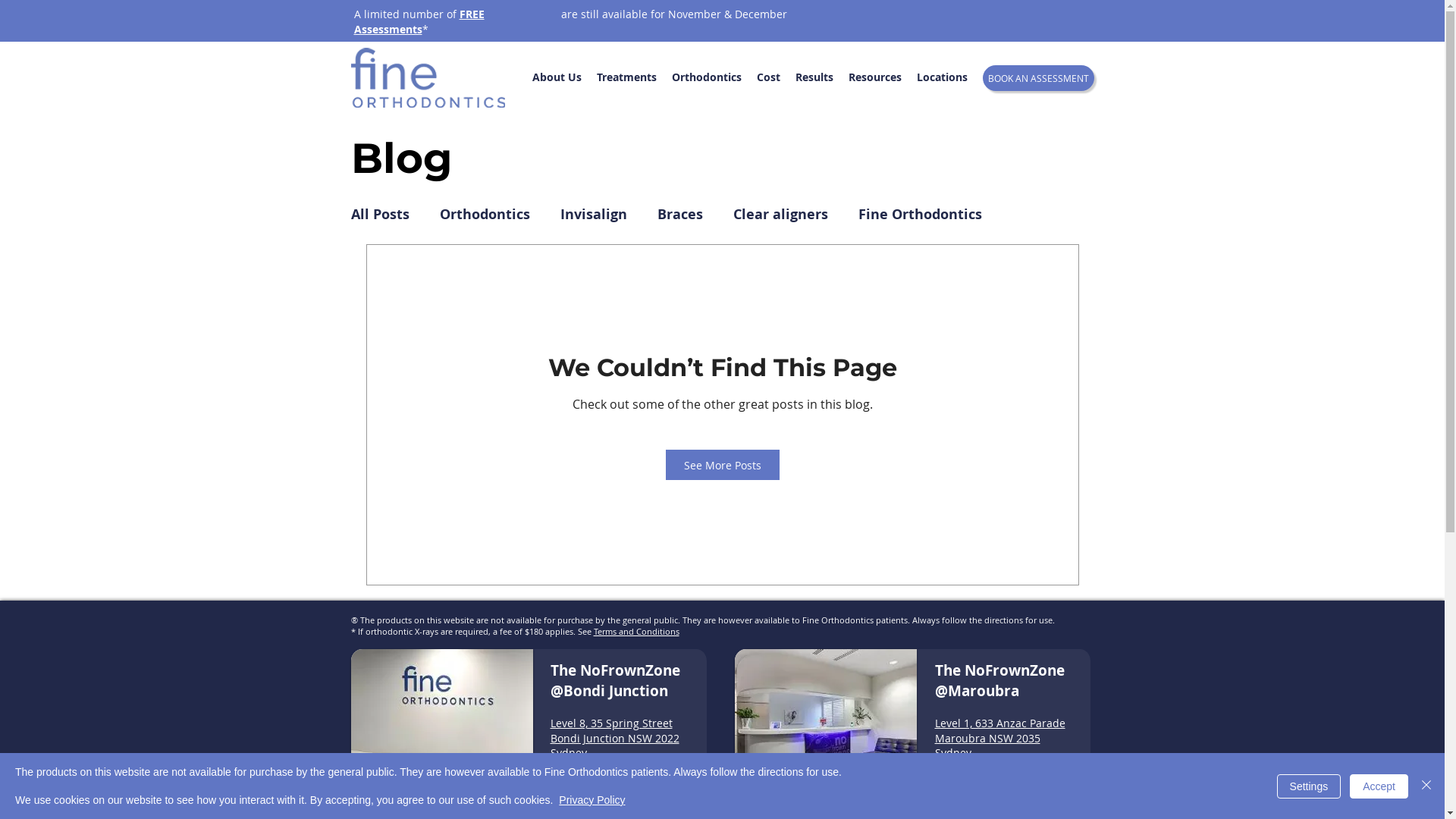 Image resolution: width=1456 pixels, height=819 pixels. What do you see at coordinates (940, 77) in the screenshot?
I see `'Locations'` at bounding box center [940, 77].